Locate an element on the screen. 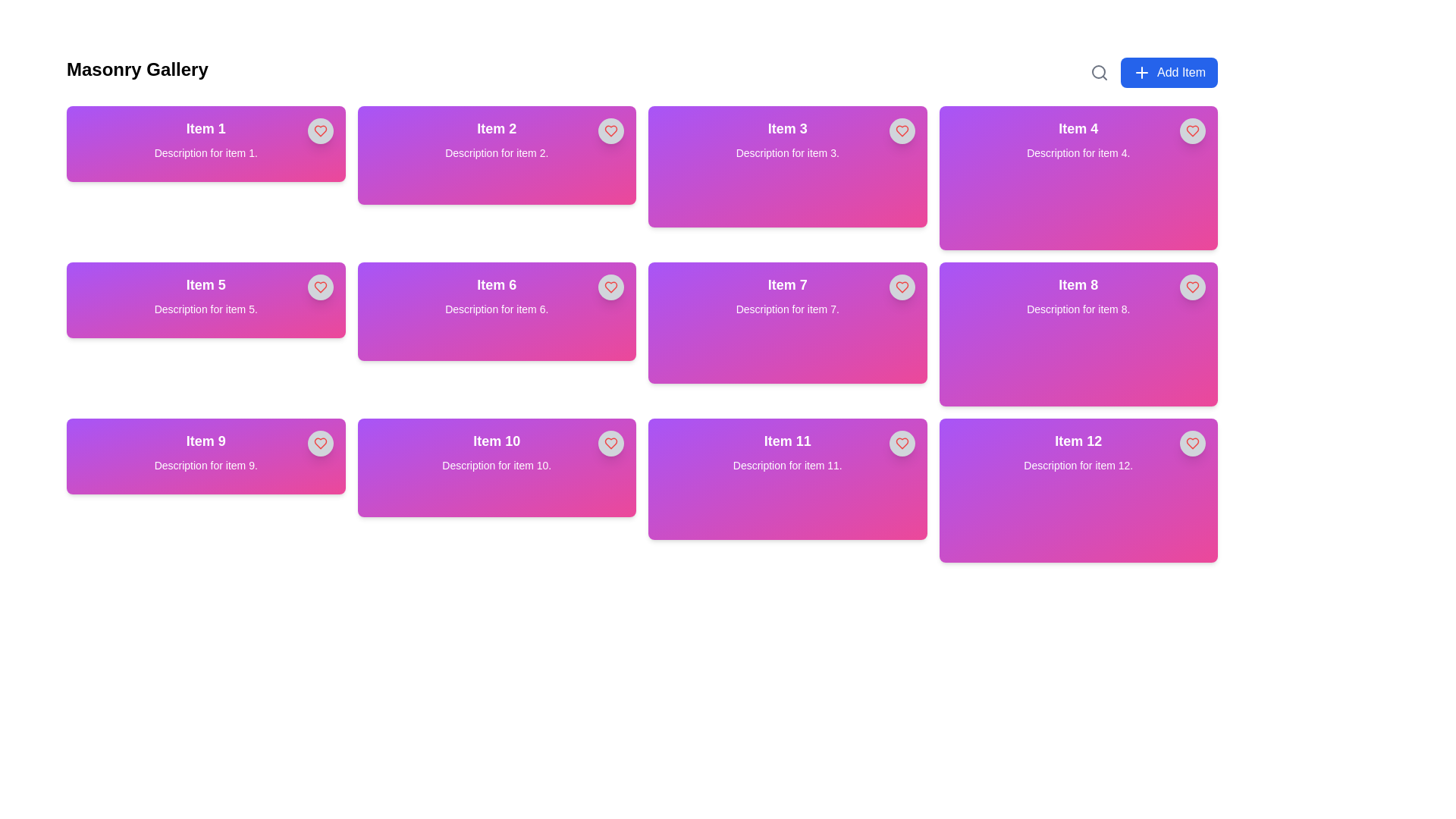 The width and height of the screenshot is (1456, 819). the text label providing descriptive information for 'Item 10', located directly below the title in the third row, second column of the card is located at coordinates (497, 464).